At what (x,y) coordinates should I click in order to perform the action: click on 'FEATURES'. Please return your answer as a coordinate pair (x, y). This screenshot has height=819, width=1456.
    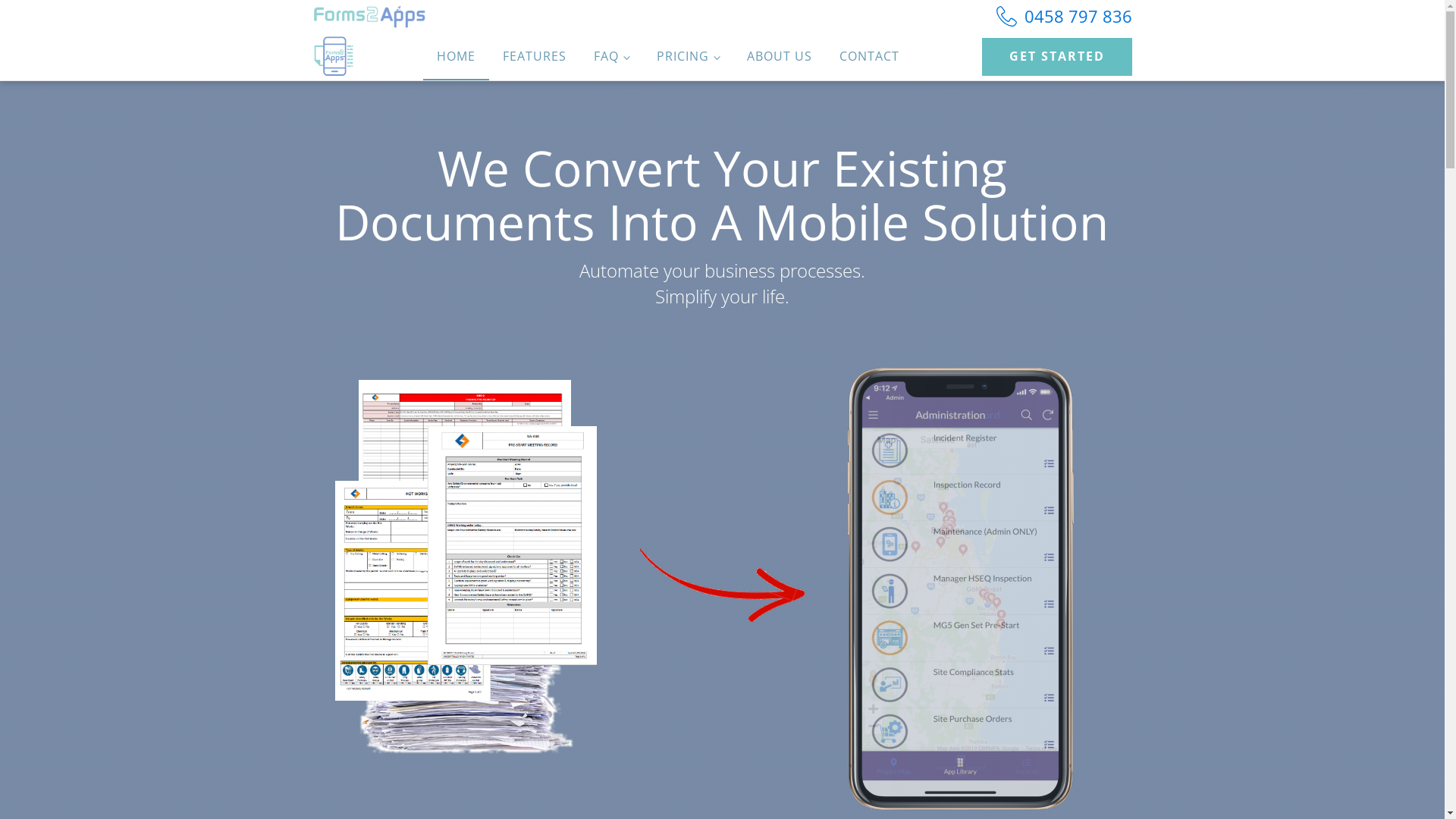
    Looking at the image, I should click on (535, 55).